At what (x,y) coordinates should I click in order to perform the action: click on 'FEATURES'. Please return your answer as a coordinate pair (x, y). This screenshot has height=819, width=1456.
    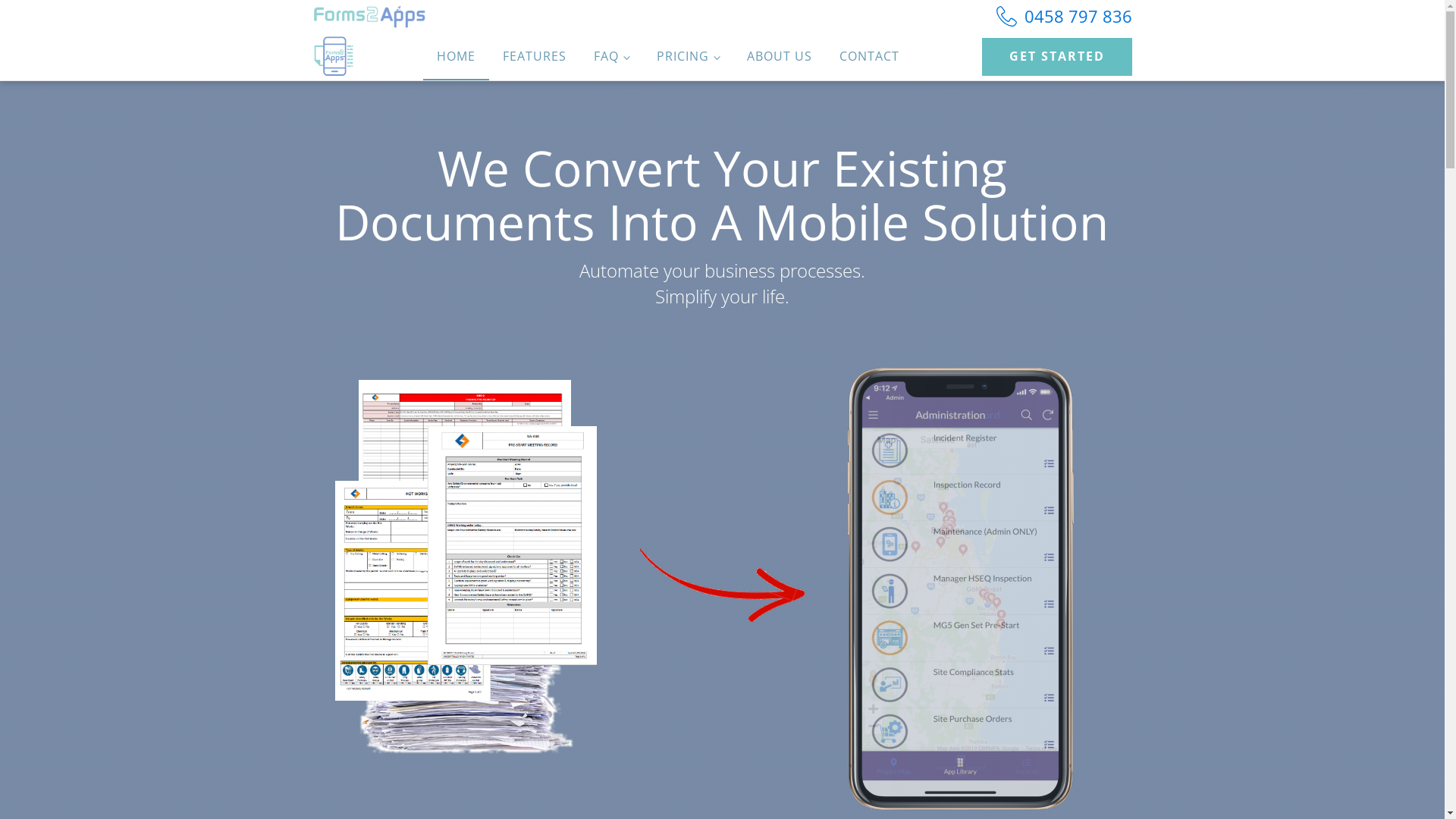
    Looking at the image, I should click on (535, 55).